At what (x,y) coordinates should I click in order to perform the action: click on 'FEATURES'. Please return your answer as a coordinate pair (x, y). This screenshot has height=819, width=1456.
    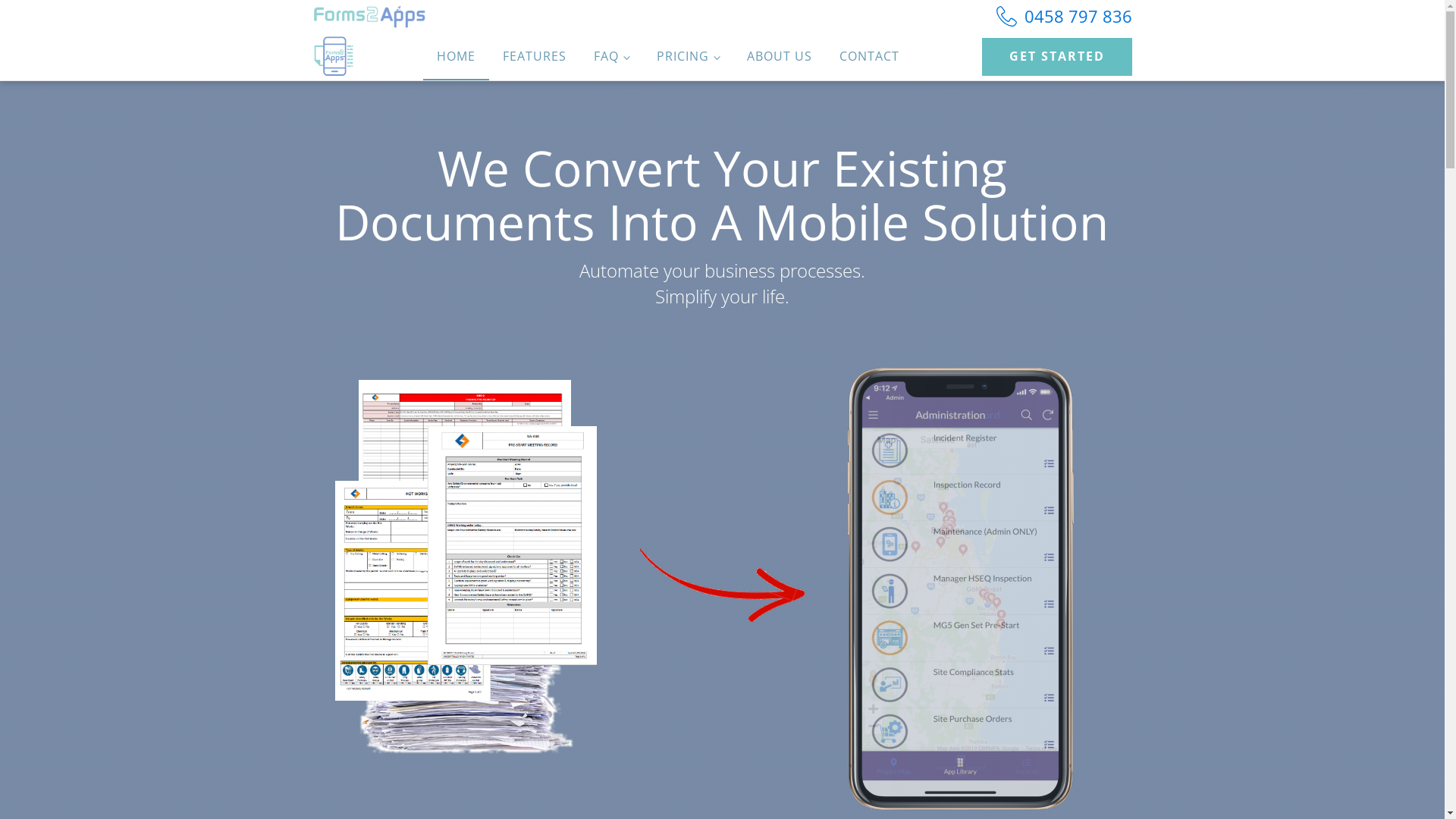
    Looking at the image, I should click on (535, 55).